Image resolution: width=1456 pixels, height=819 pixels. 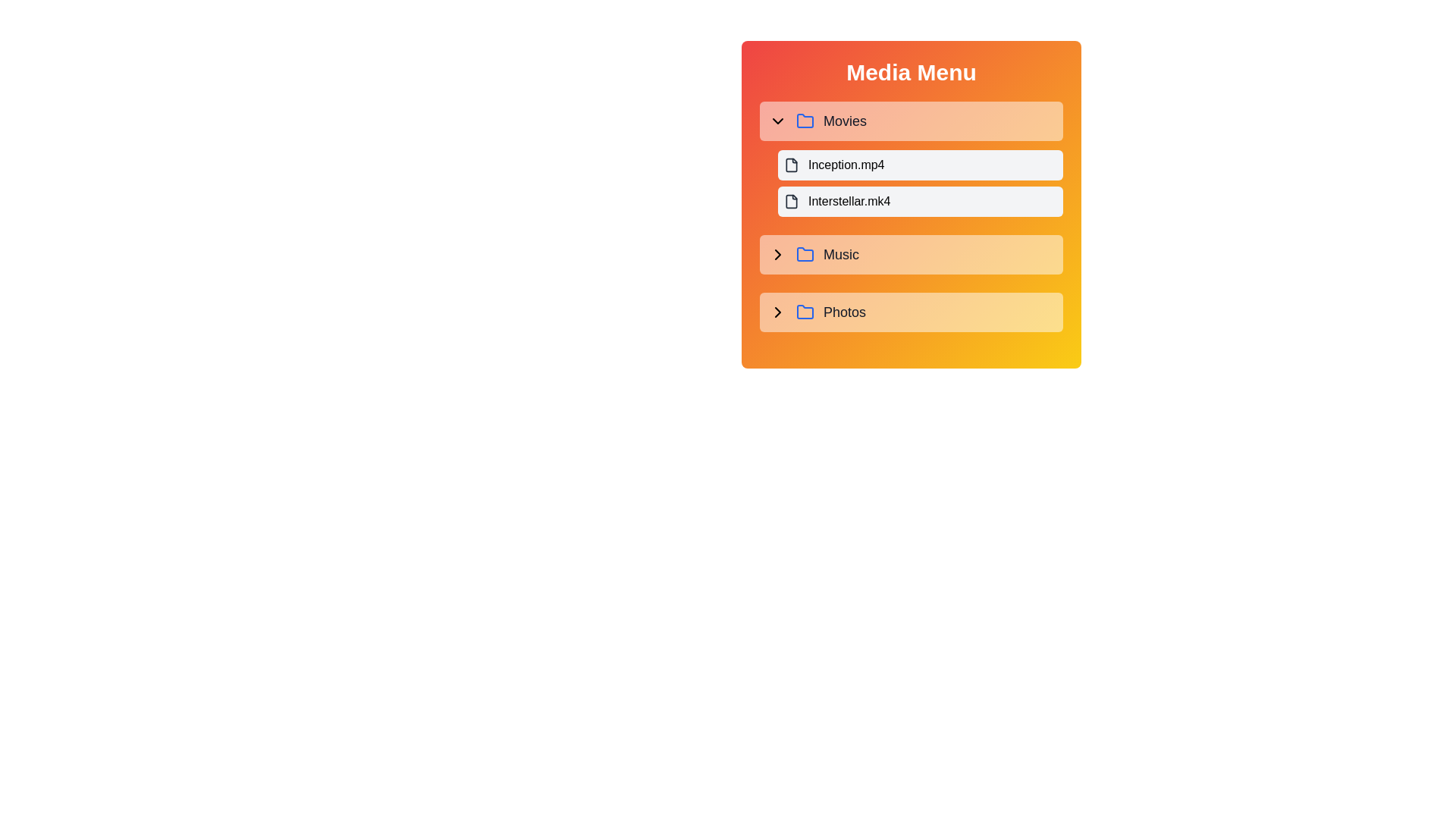 I want to click on to select the 'Interstellar.mk4' file entry located in the 'Movies' section of the 'Media Menu' panel, which is the second entry below 'Inception.mp4', so click(x=910, y=216).